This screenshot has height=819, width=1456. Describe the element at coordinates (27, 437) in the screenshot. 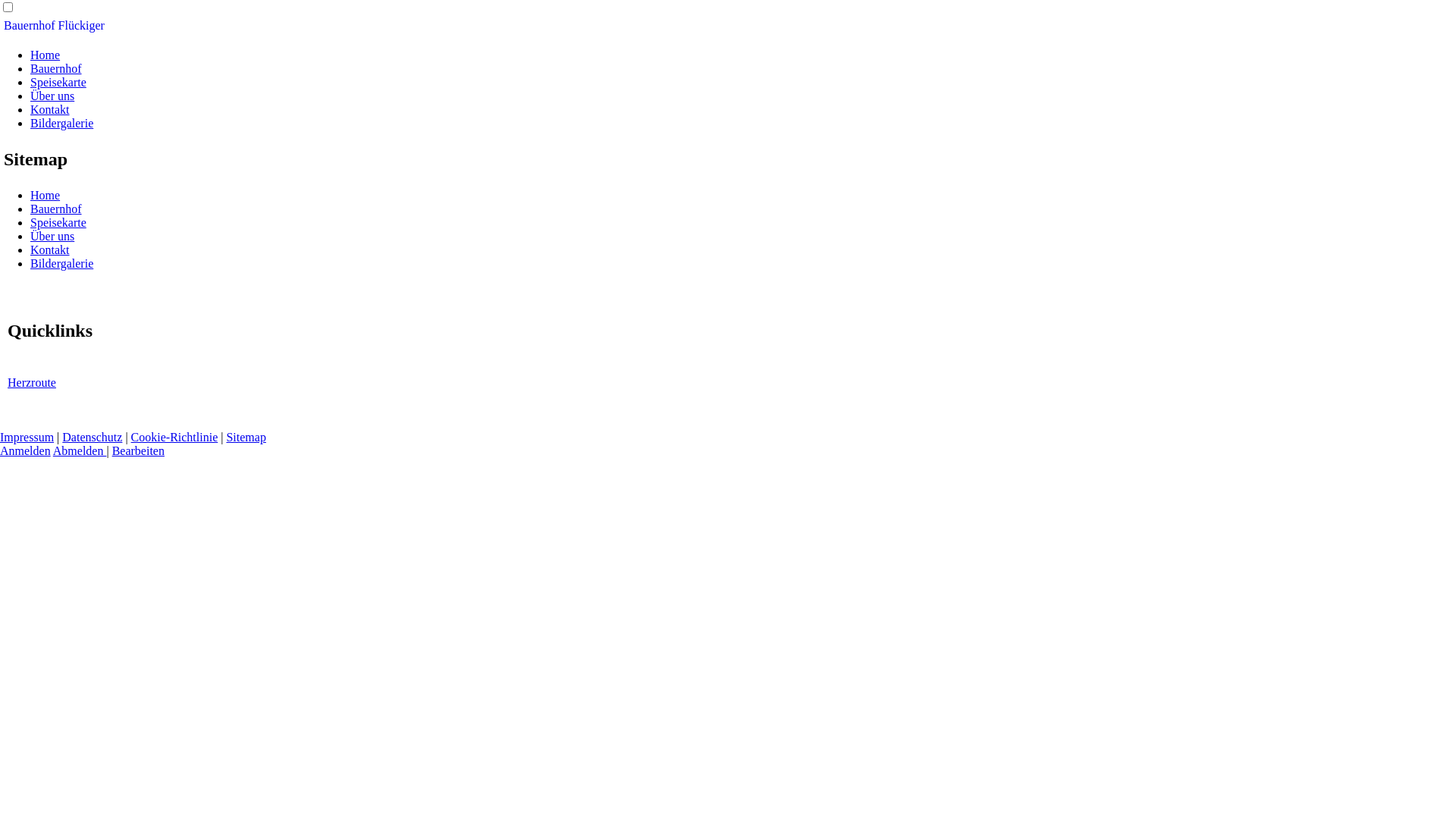

I see `'Impressum'` at that location.